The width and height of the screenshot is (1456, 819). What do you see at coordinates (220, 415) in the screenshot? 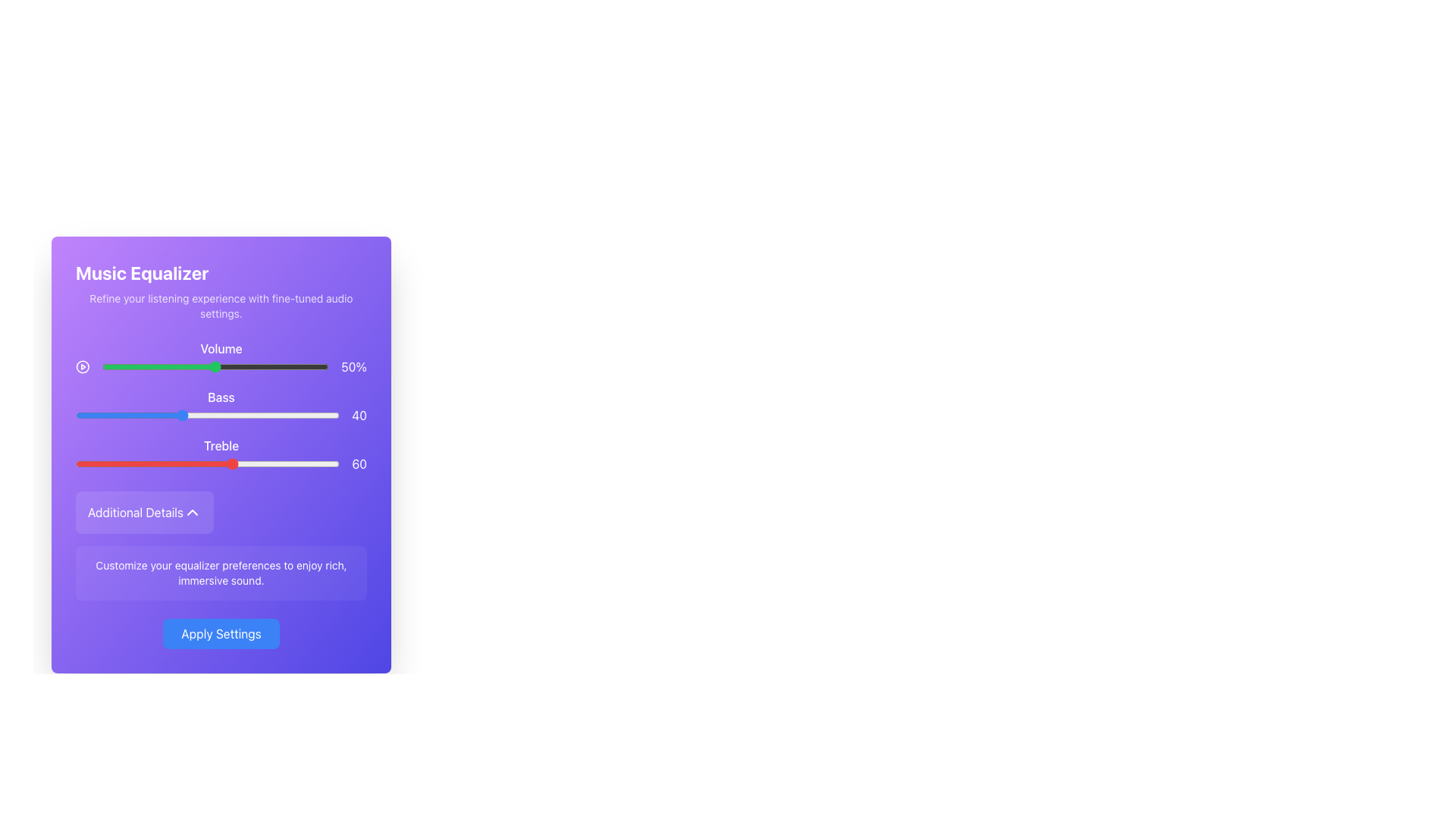
I see `the bass level` at bounding box center [220, 415].